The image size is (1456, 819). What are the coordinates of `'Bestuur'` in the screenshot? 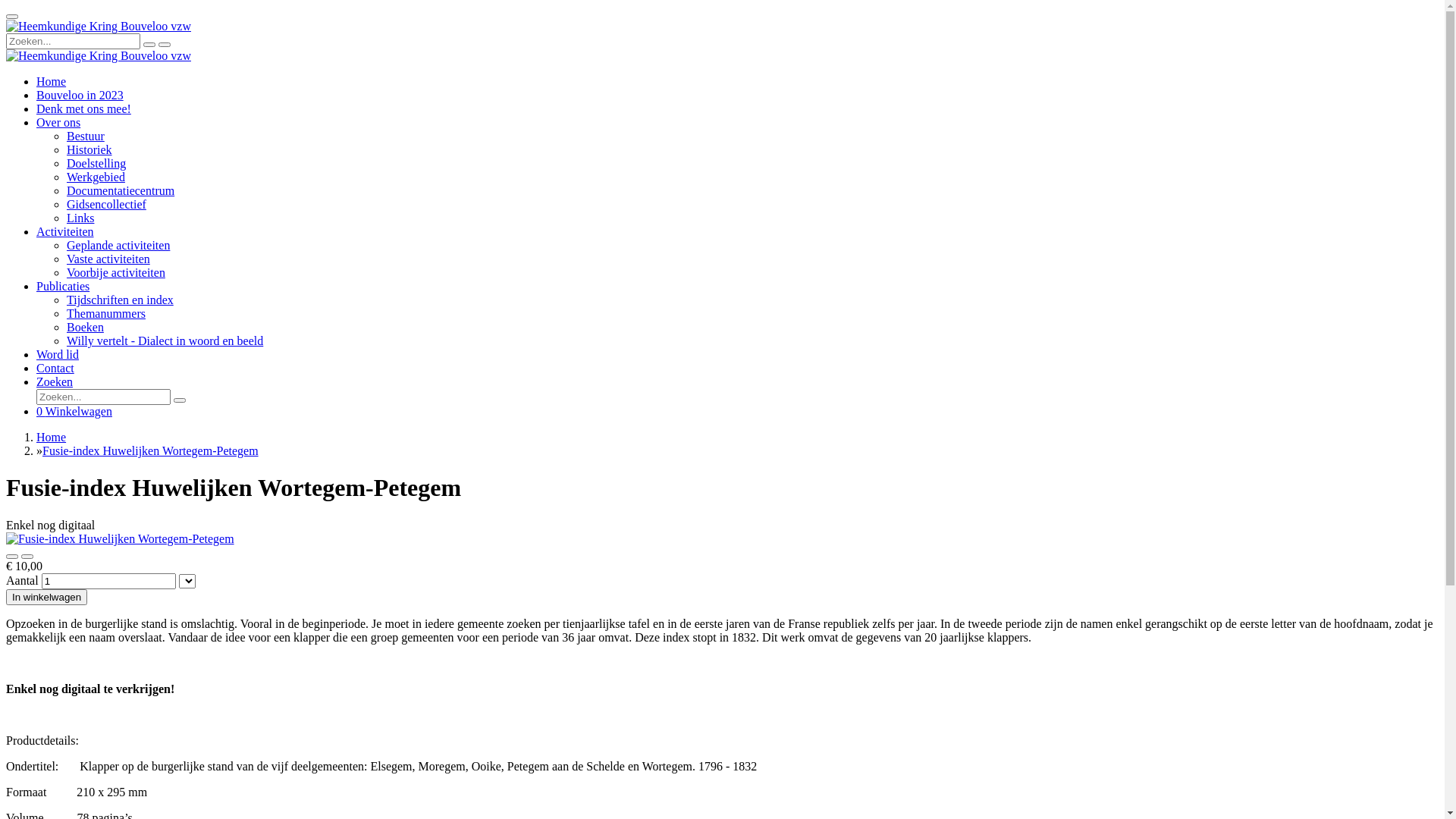 It's located at (85, 135).